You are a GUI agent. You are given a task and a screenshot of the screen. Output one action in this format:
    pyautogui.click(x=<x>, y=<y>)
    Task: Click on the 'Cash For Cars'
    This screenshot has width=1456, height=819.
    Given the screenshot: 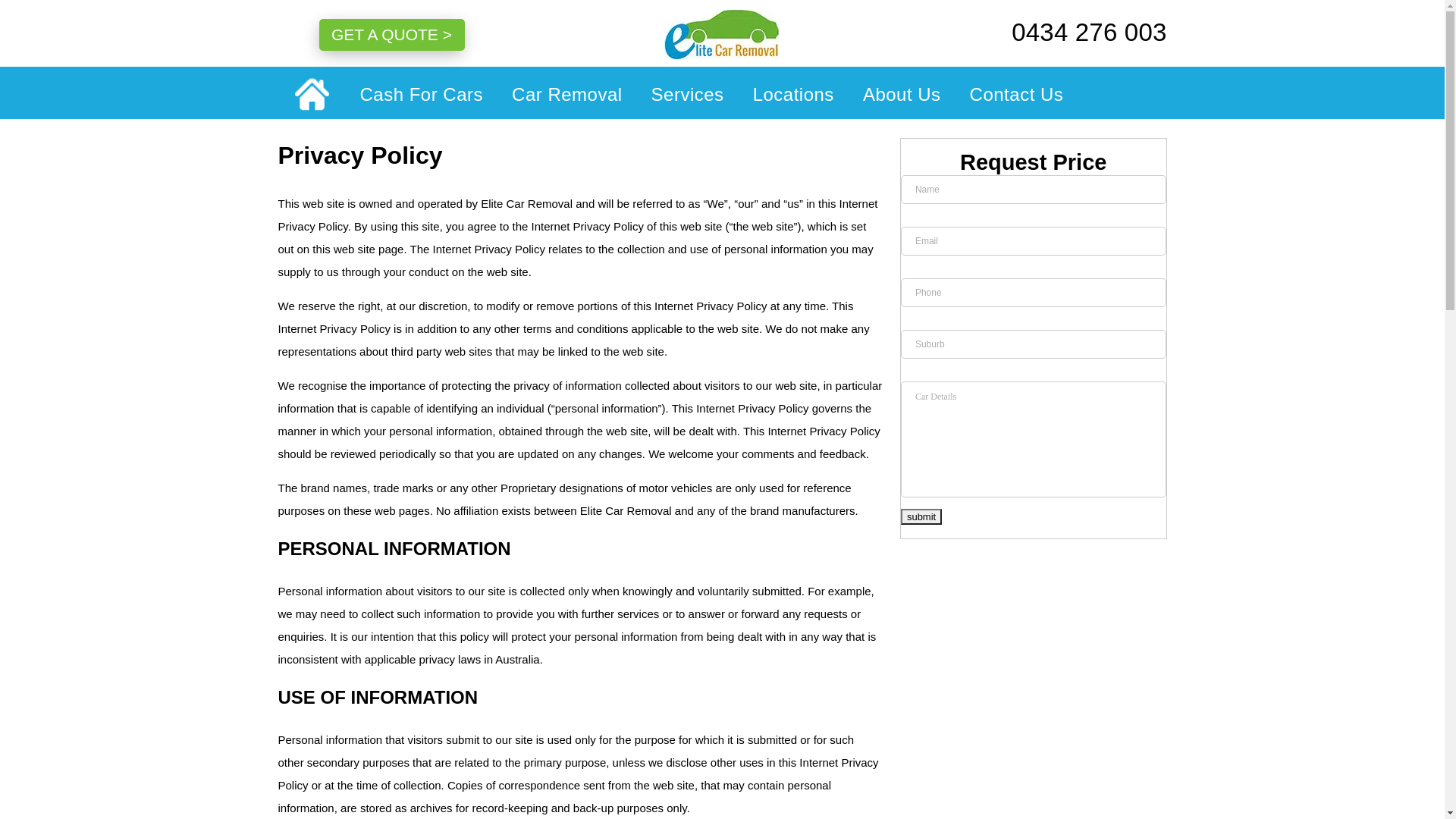 What is the action you would take?
    pyautogui.click(x=345, y=93)
    